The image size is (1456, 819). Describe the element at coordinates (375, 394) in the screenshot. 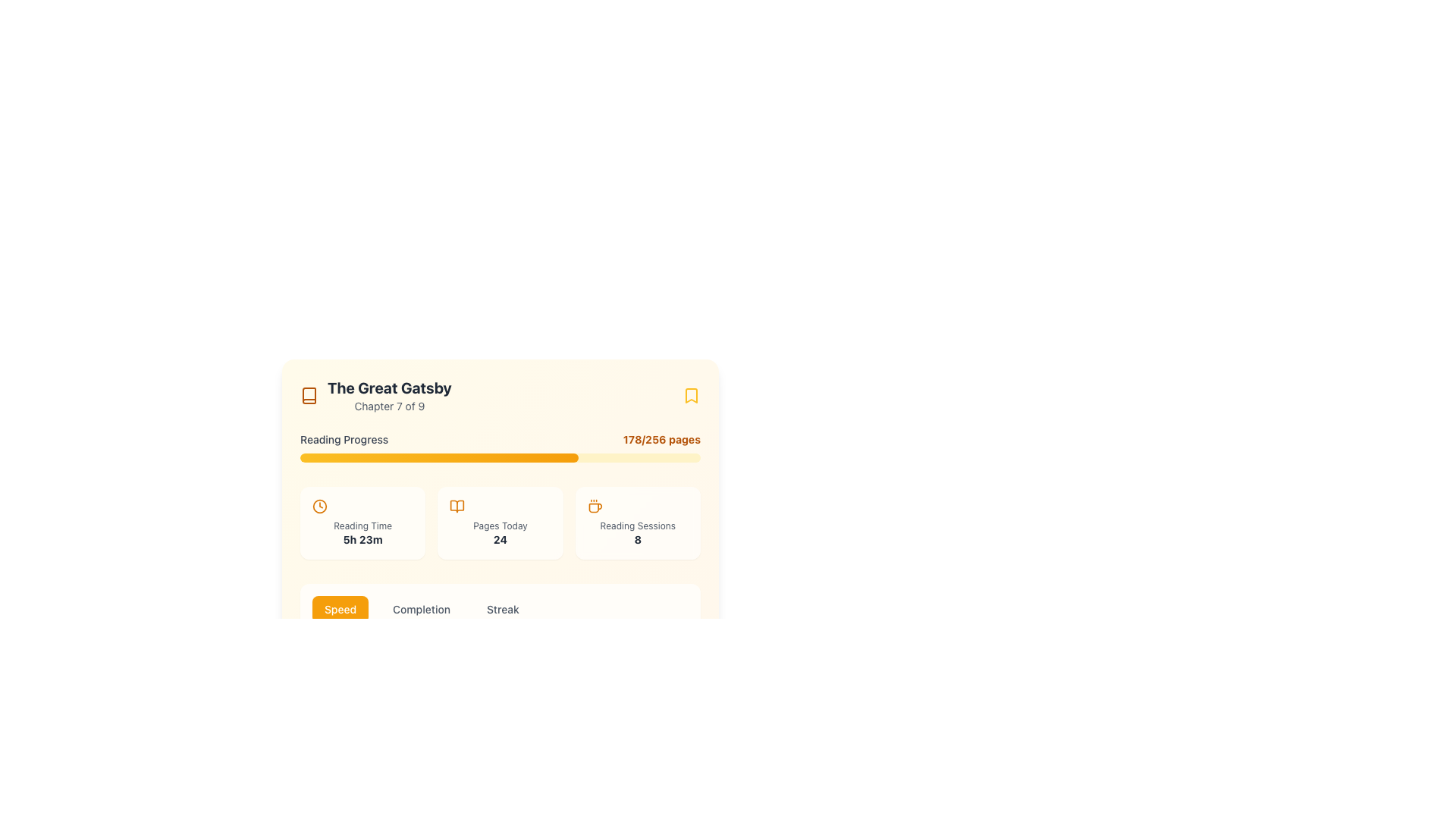

I see `the title and subtitle section displaying 'The Great Gatsby' and 'Chapter 7 of 9' for accessibility purposes` at that location.